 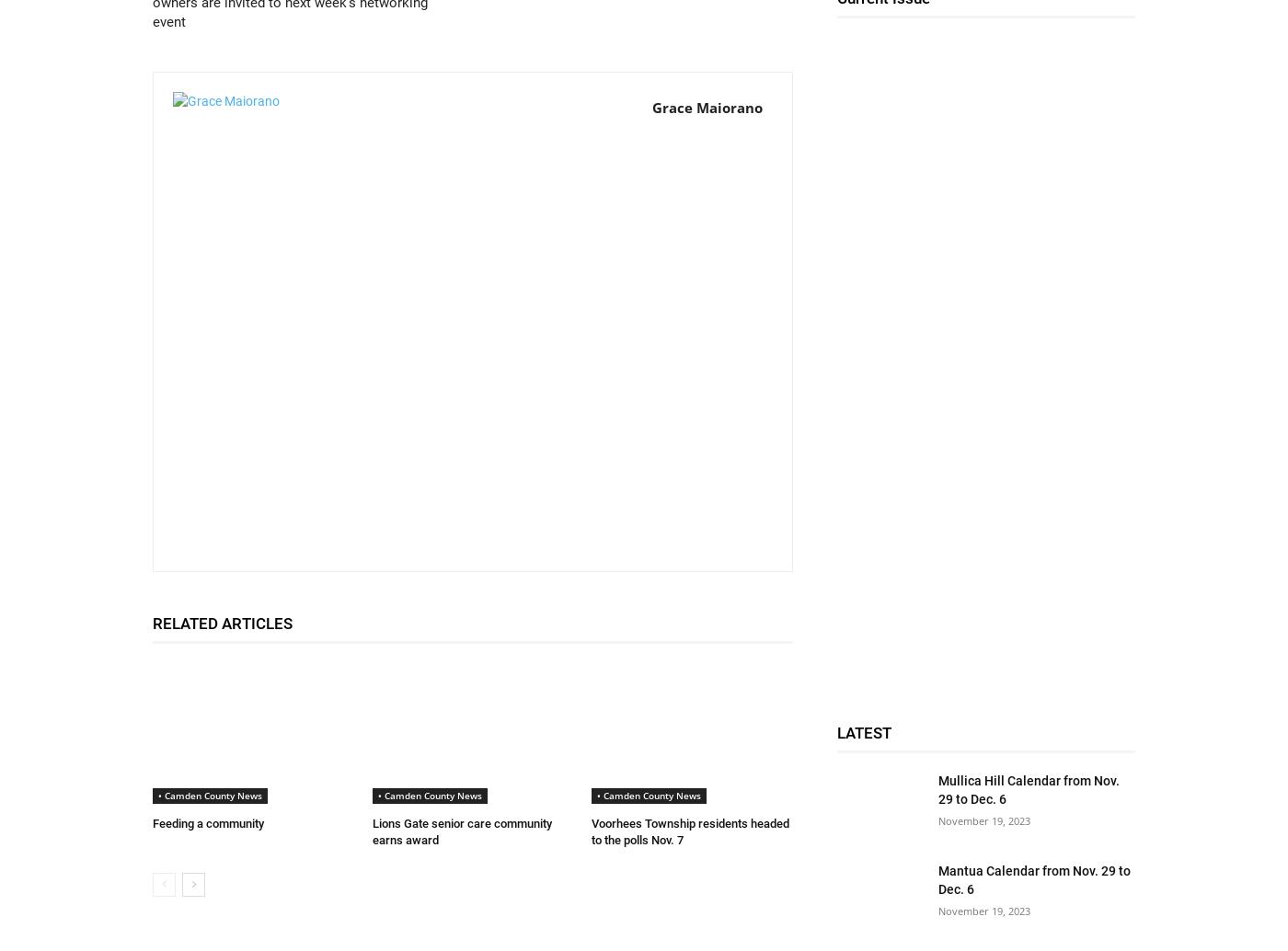 I want to click on 'Grace Maiorano', so click(x=707, y=108).